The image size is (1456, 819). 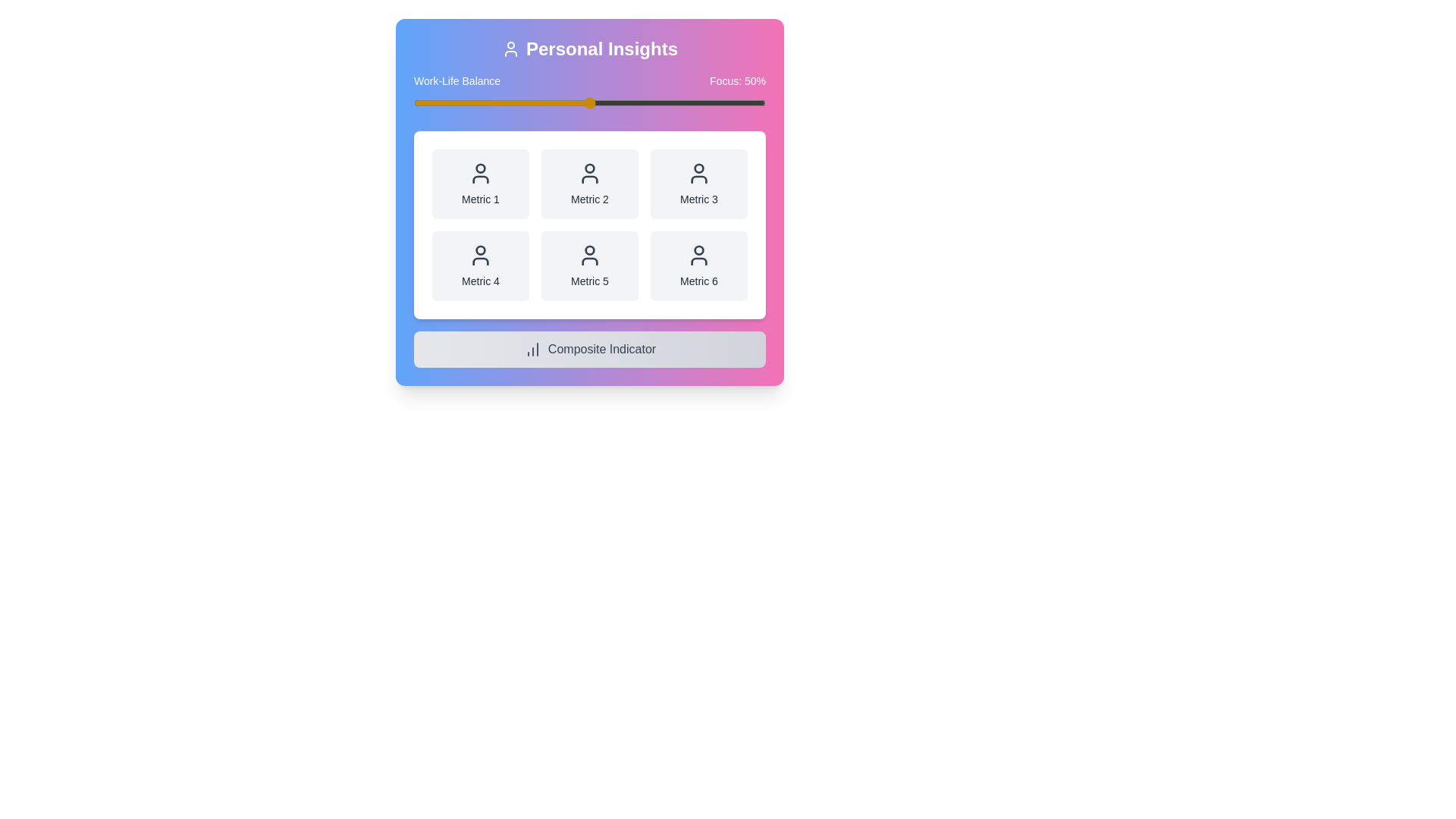 I want to click on the metric card labeled Metric 1, so click(x=479, y=184).